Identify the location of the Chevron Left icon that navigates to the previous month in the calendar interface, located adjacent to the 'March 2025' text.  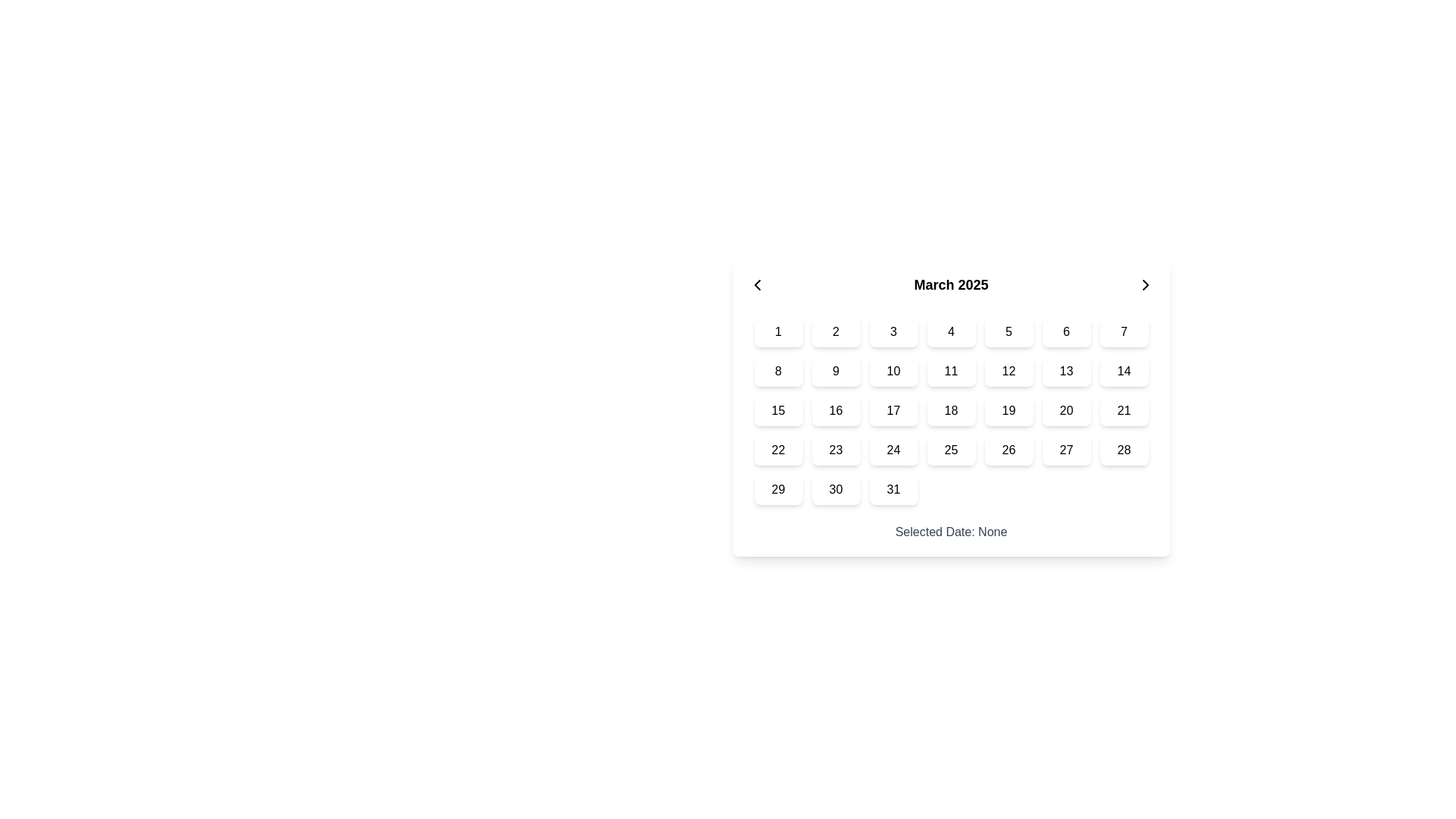
(757, 284).